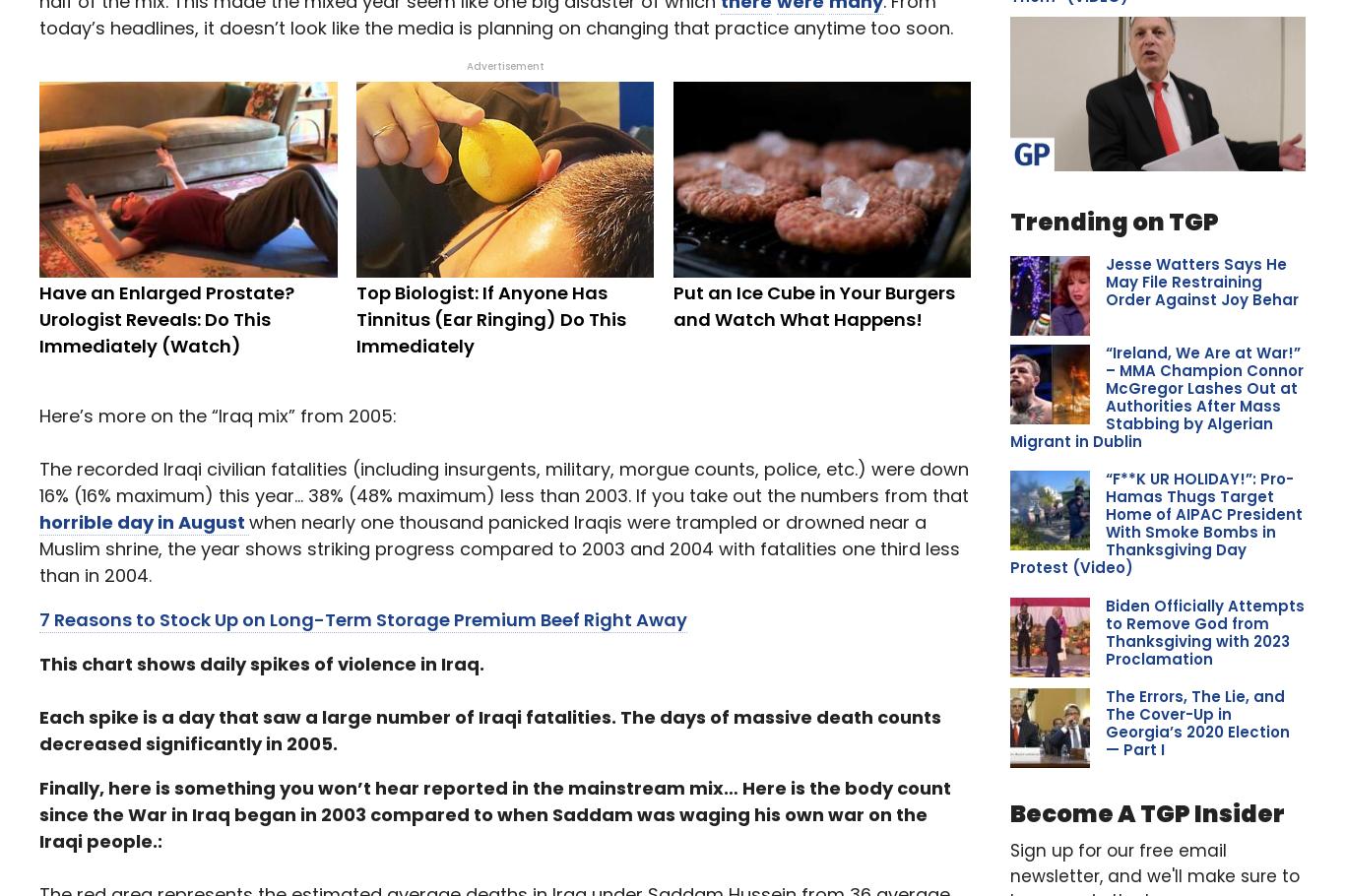 This screenshot has height=896, width=1345. I want to click on 'Home', so click(914, 869).